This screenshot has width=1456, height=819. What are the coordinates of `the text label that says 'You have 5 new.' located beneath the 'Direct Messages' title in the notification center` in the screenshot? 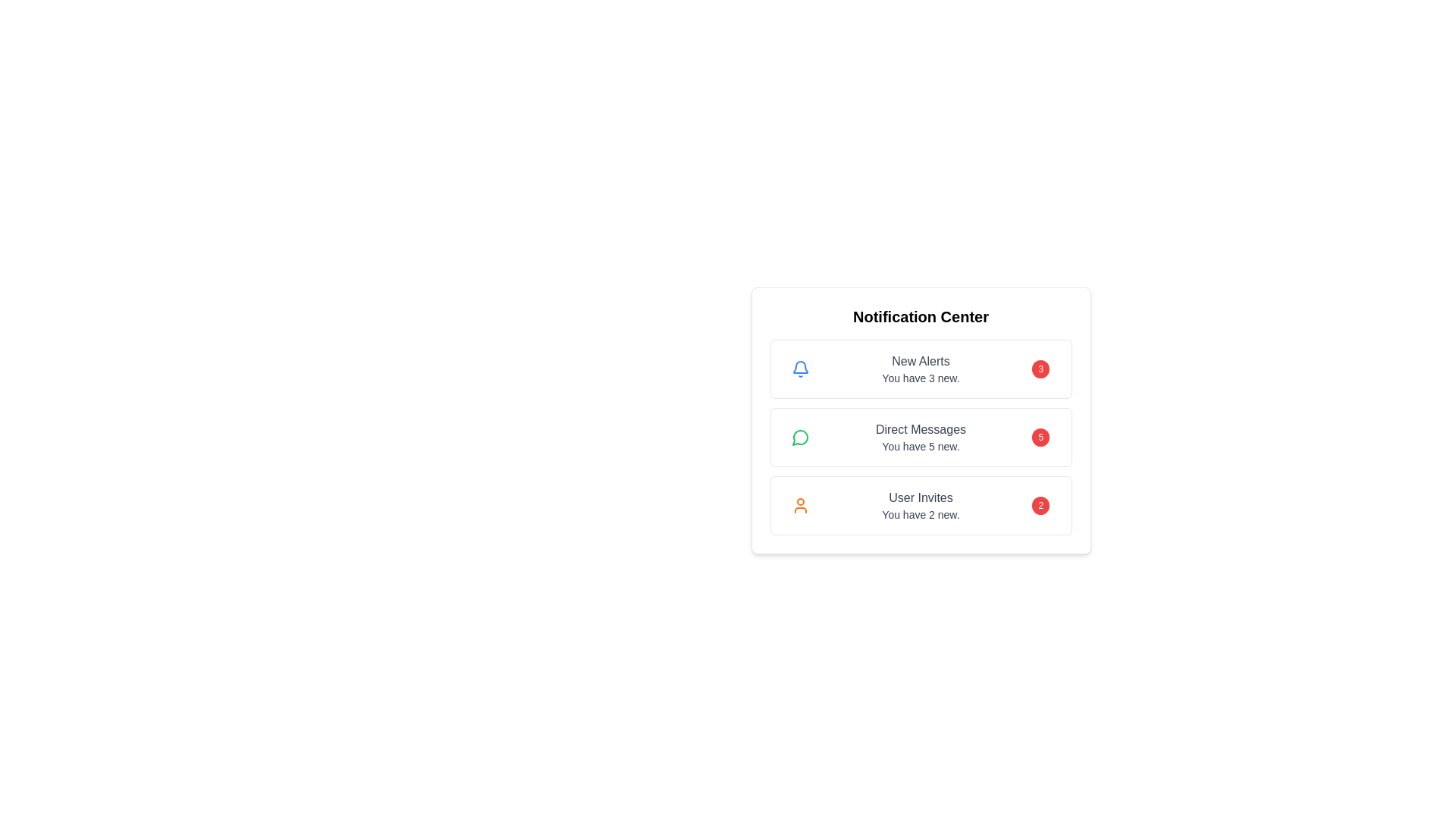 It's located at (920, 446).